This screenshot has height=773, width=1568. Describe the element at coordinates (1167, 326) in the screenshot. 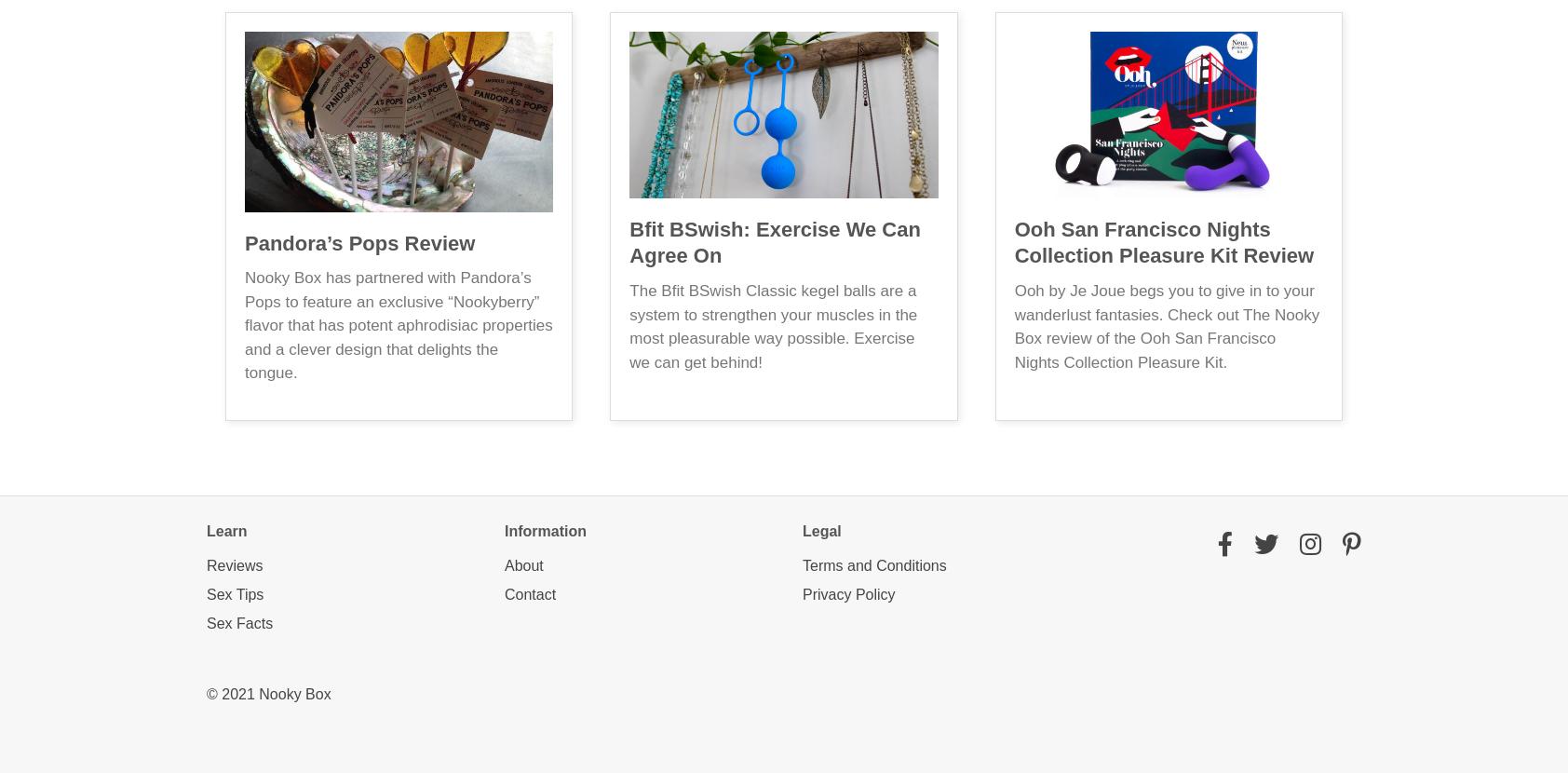

I see `'Ooh by Je Joue begs you to give in to your wanderlust fantasies. Check out The Nooky Box review of the Ooh San Francisco Nights Collection Pleasure Kit.'` at that location.